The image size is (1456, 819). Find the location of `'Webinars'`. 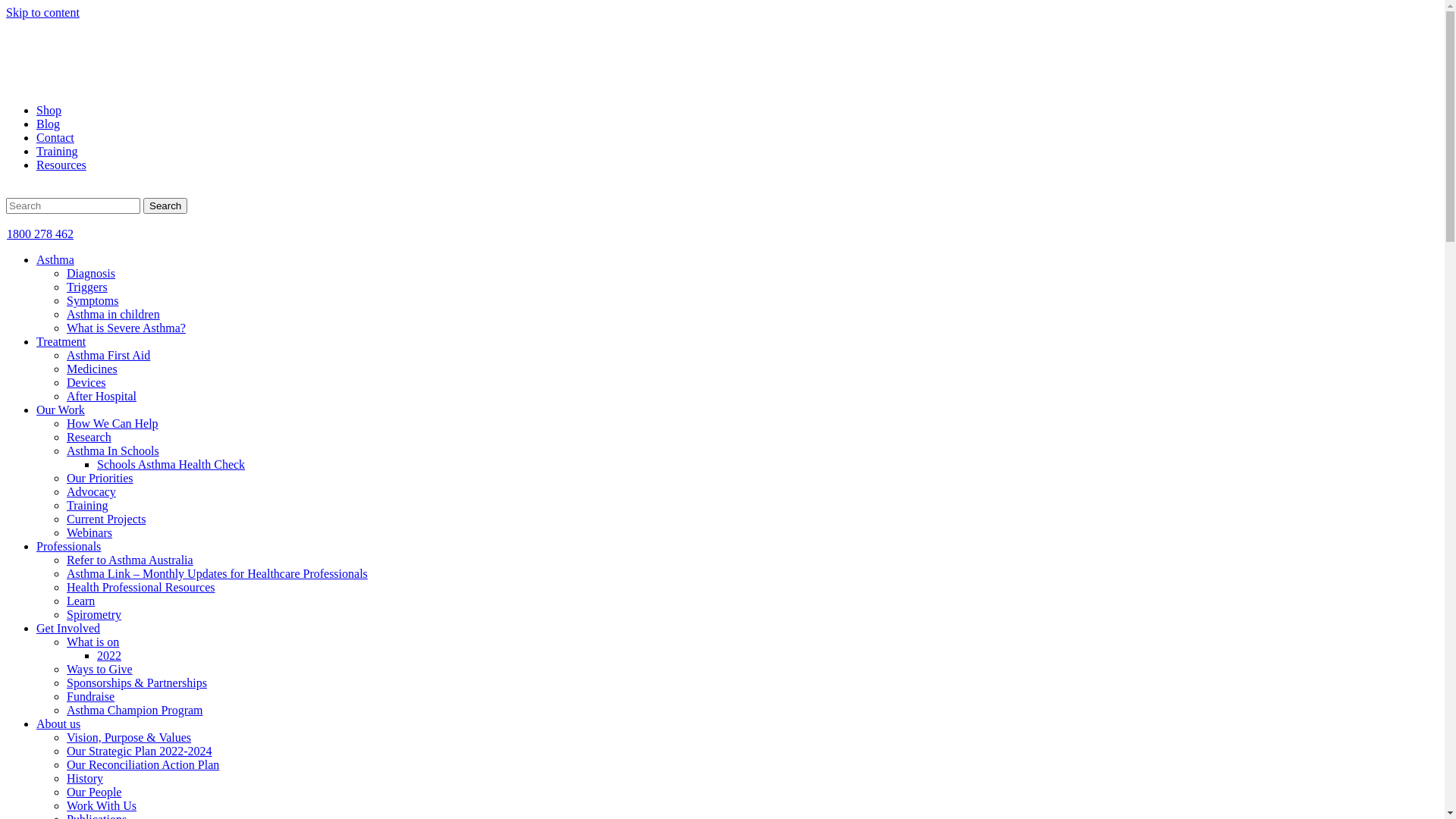

'Webinars' is located at coordinates (89, 532).